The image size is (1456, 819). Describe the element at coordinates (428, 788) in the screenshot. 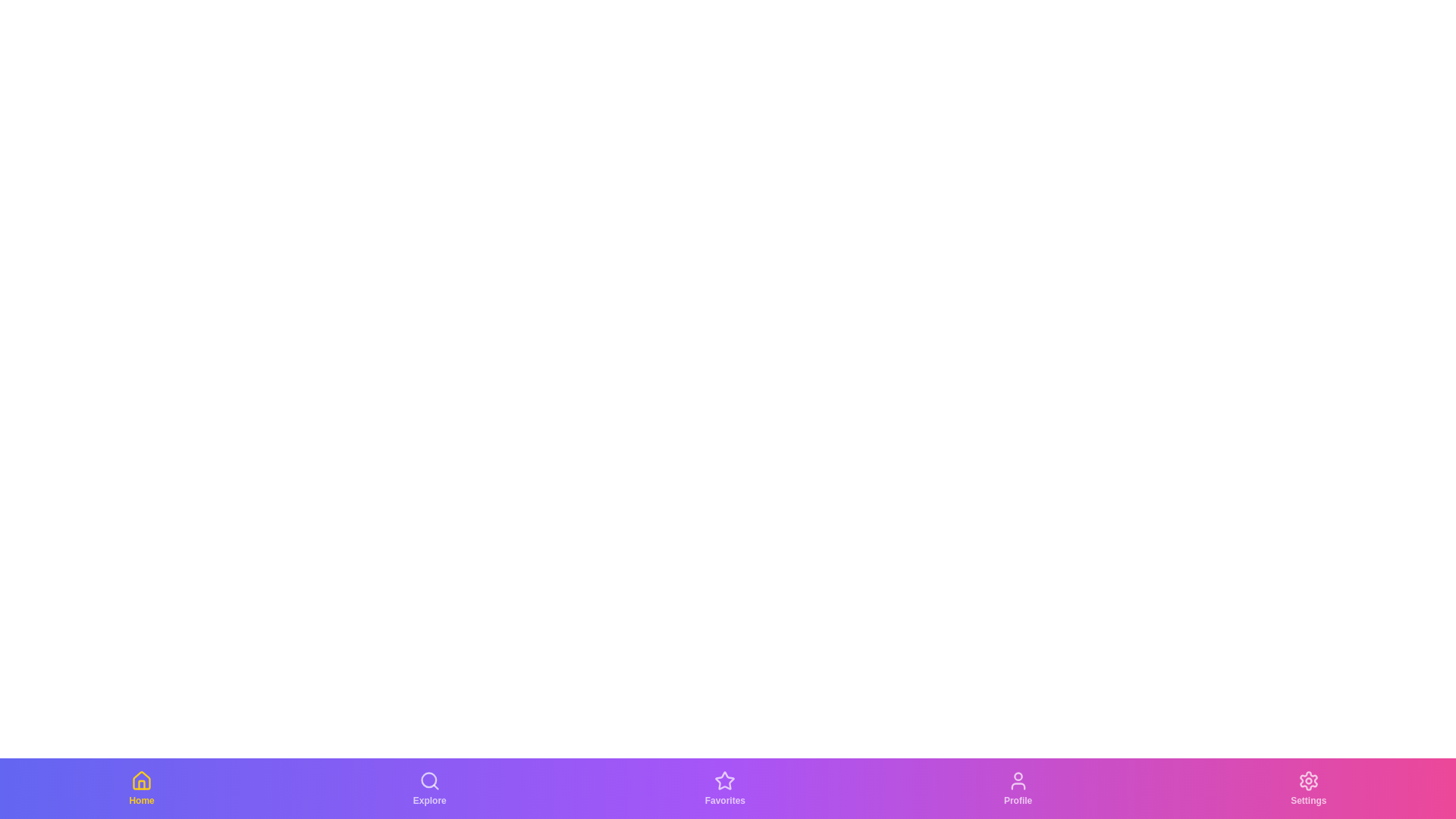

I see `the Explore tab in the bottom navigation bar to switch to its corresponding view` at that location.